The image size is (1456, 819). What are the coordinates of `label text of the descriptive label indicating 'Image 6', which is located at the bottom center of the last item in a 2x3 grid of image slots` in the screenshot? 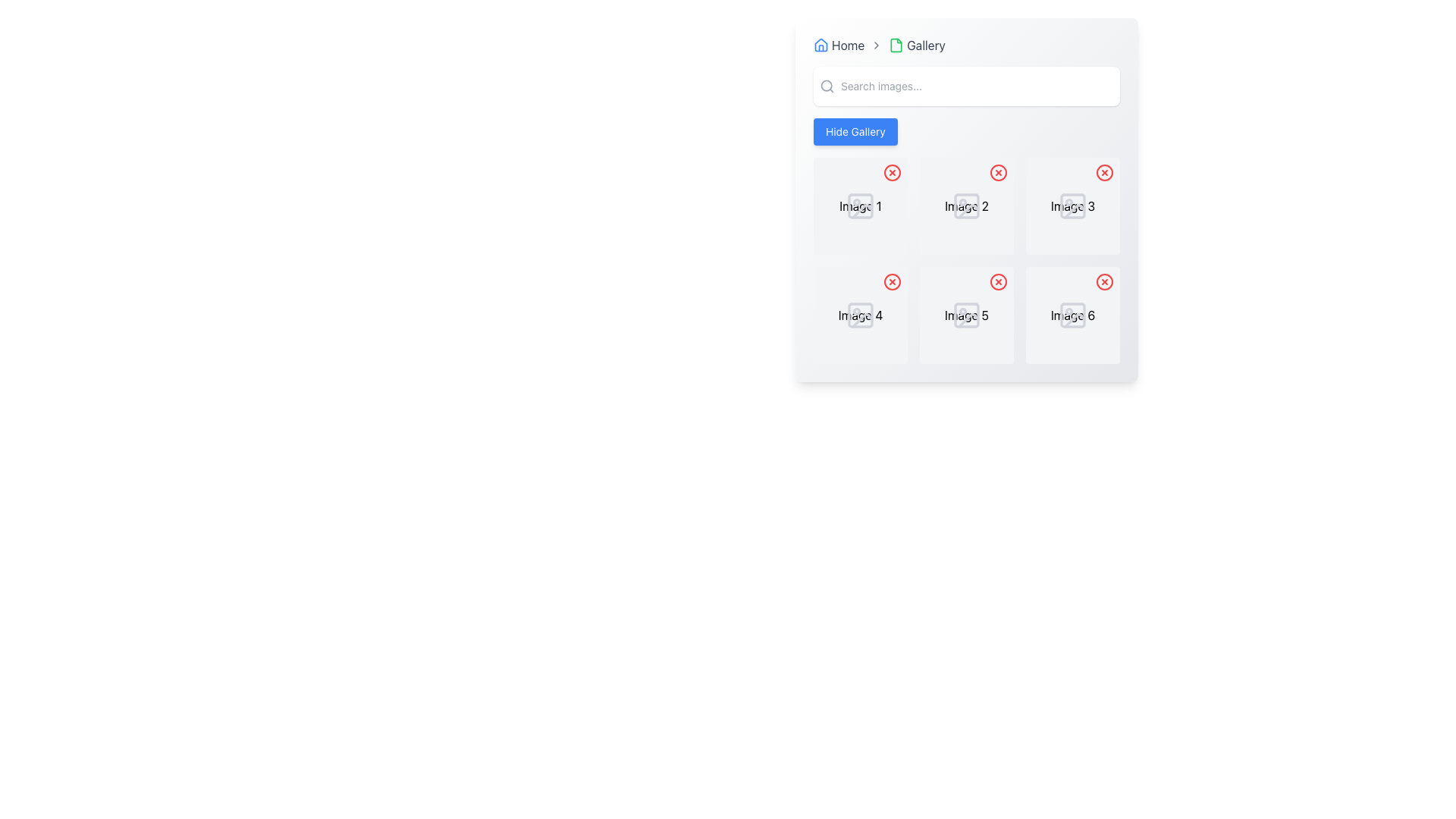 It's located at (1072, 315).